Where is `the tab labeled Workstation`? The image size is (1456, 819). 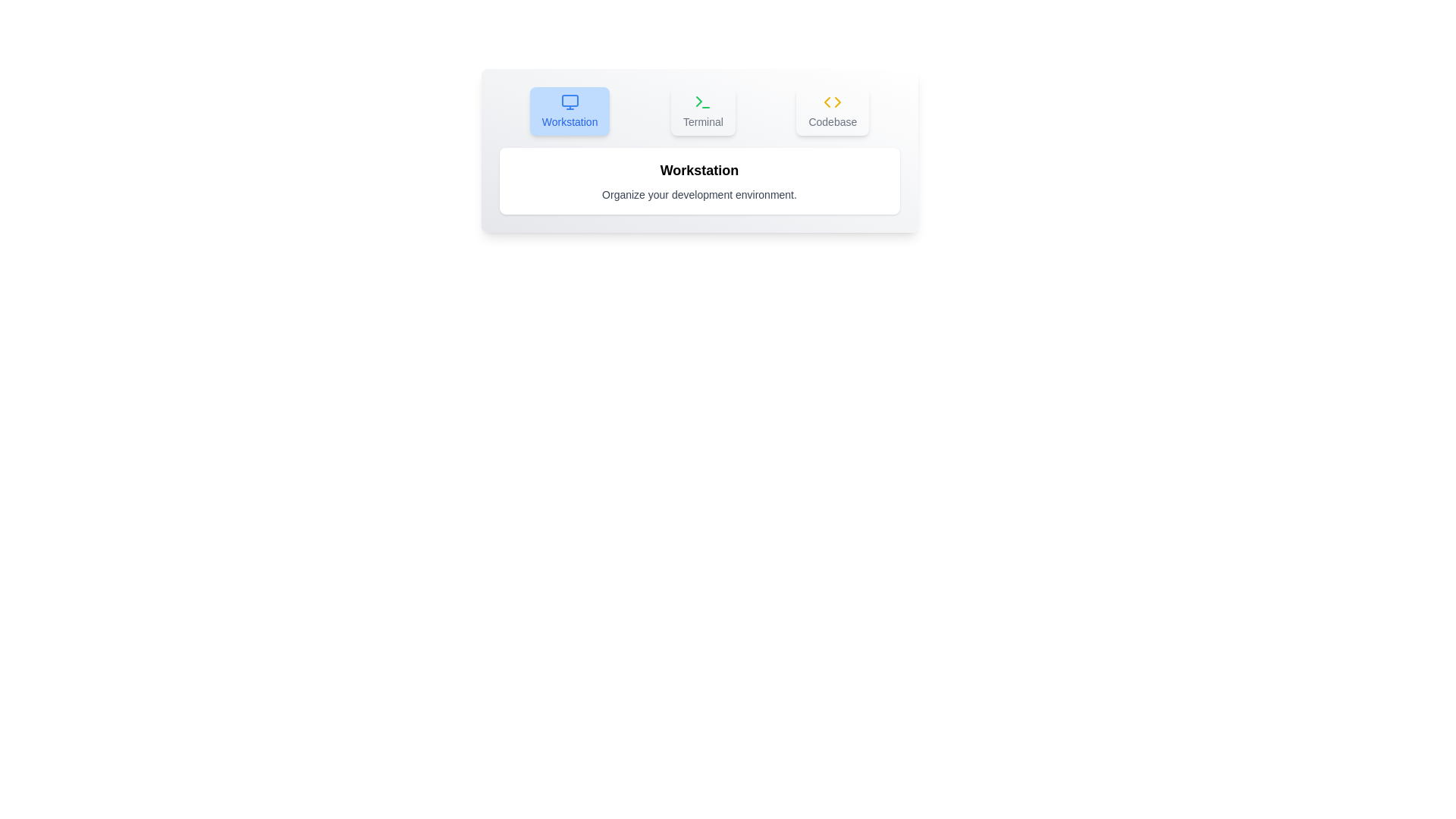
the tab labeled Workstation is located at coordinates (569, 110).